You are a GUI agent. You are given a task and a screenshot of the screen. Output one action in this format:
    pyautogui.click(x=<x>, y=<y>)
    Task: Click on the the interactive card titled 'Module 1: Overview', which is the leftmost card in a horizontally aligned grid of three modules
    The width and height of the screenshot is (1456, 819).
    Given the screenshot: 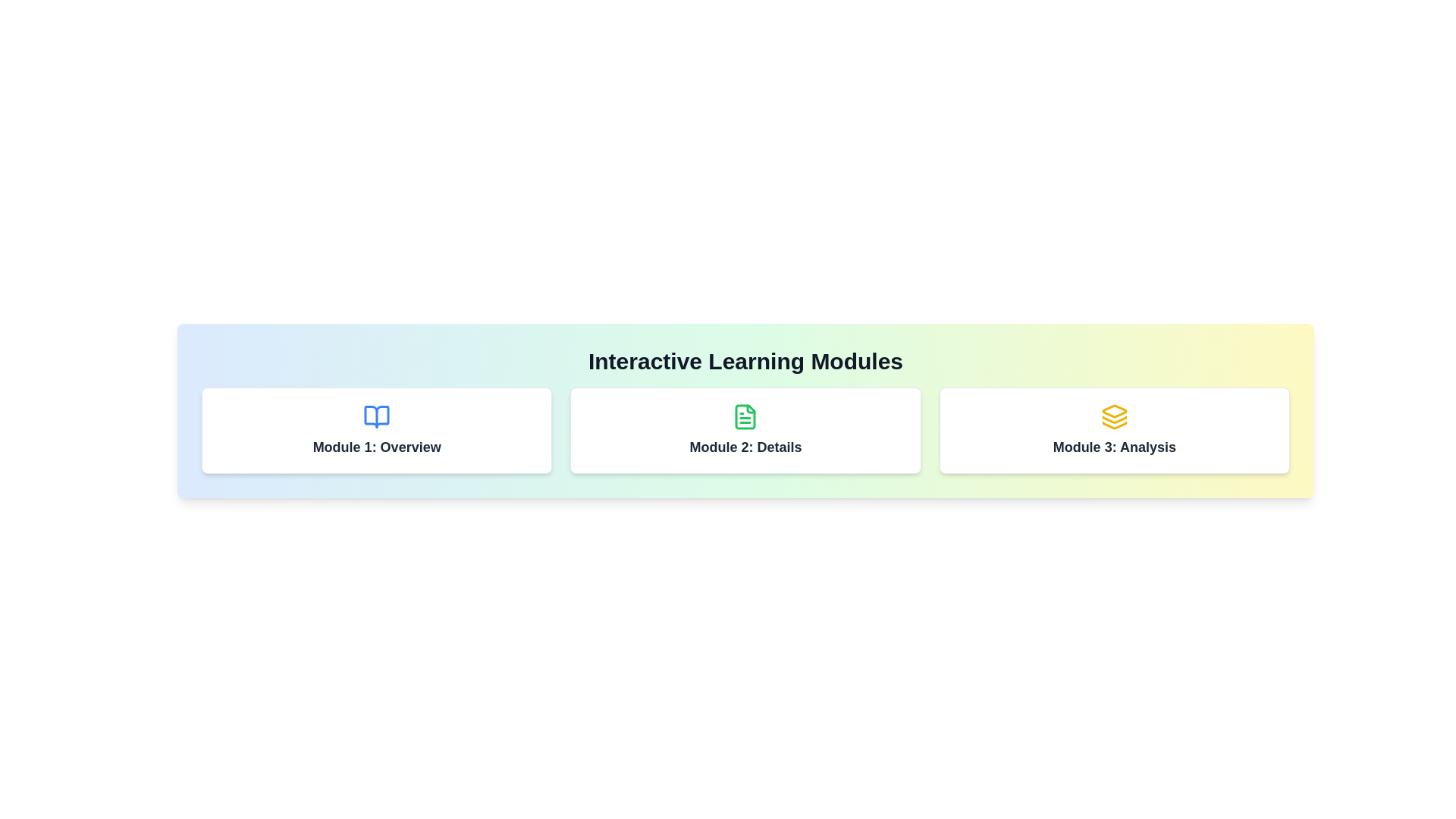 What is the action you would take?
    pyautogui.click(x=377, y=430)
    